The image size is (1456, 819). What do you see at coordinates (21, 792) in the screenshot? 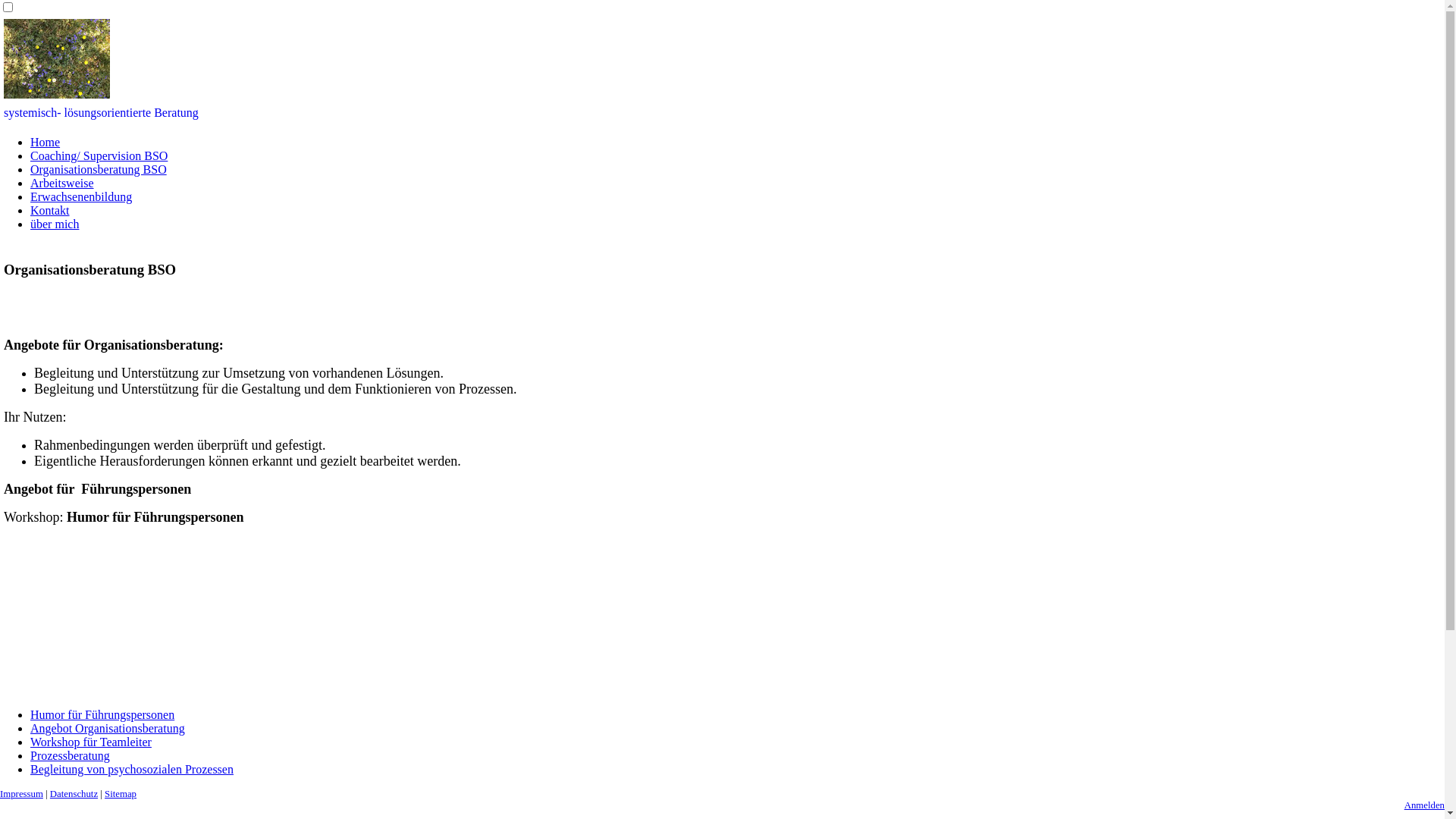
I see `'Impressum'` at bounding box center [21, 792].